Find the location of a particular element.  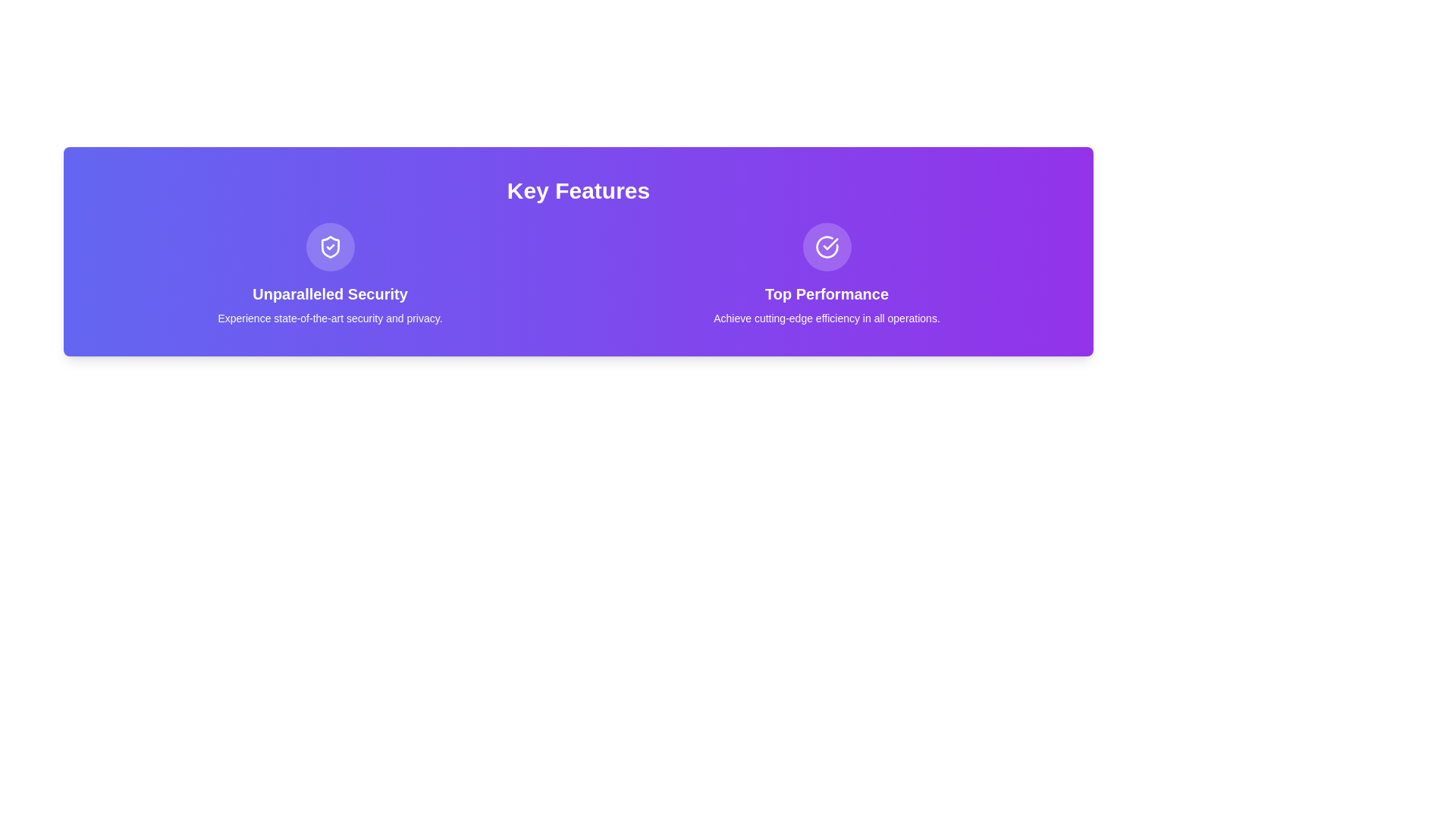

the 'checked' icon in the circular graphic on the 'Top Performance' feature card, which visually indicates the verified status of the feature is located at coordinates (830, 243).